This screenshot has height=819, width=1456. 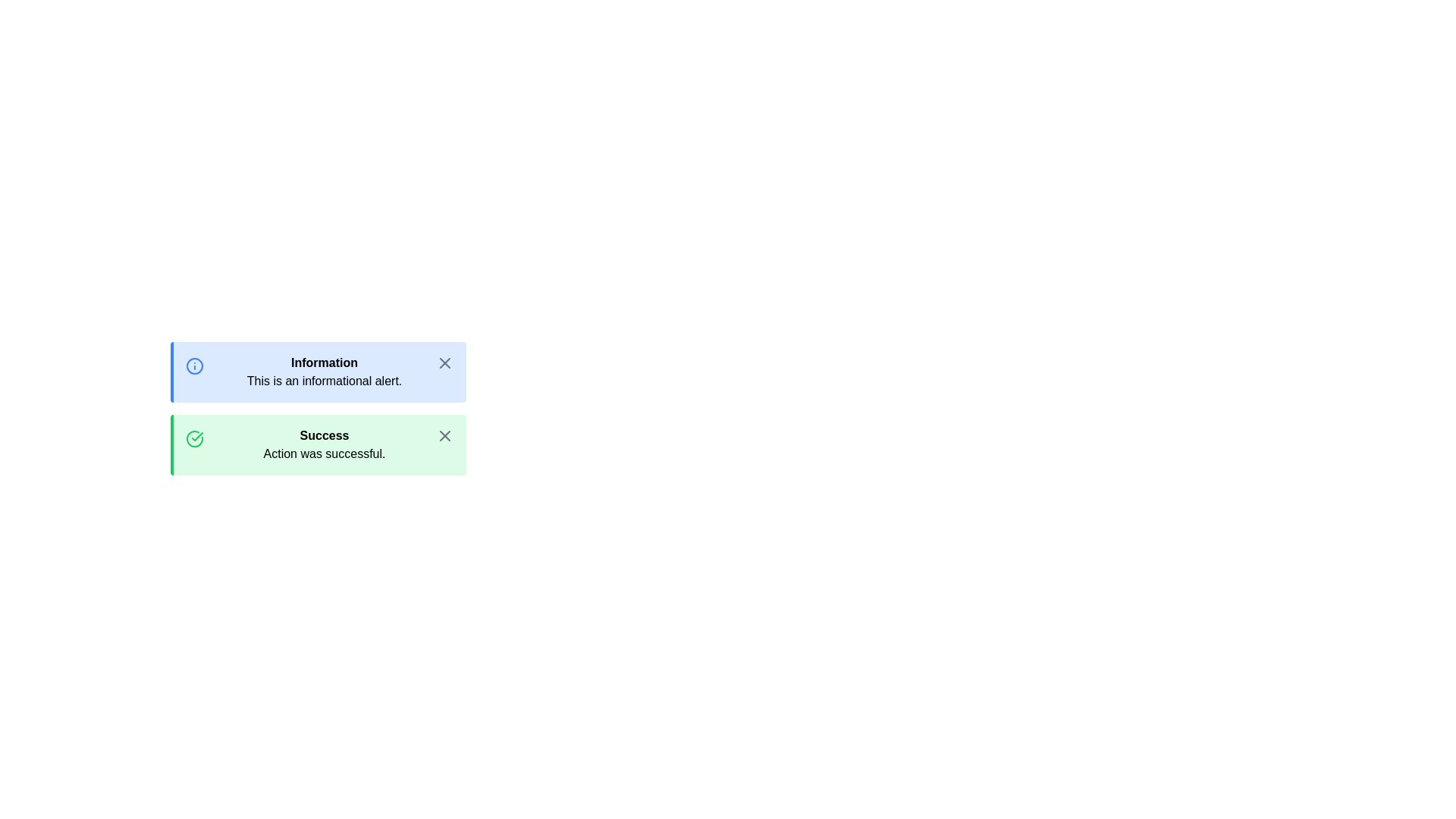 I want to click on the dismiss button shaped like an 'X' in the top-right corner of the green alert box labeled 'Success', so click(x=444, y=435).